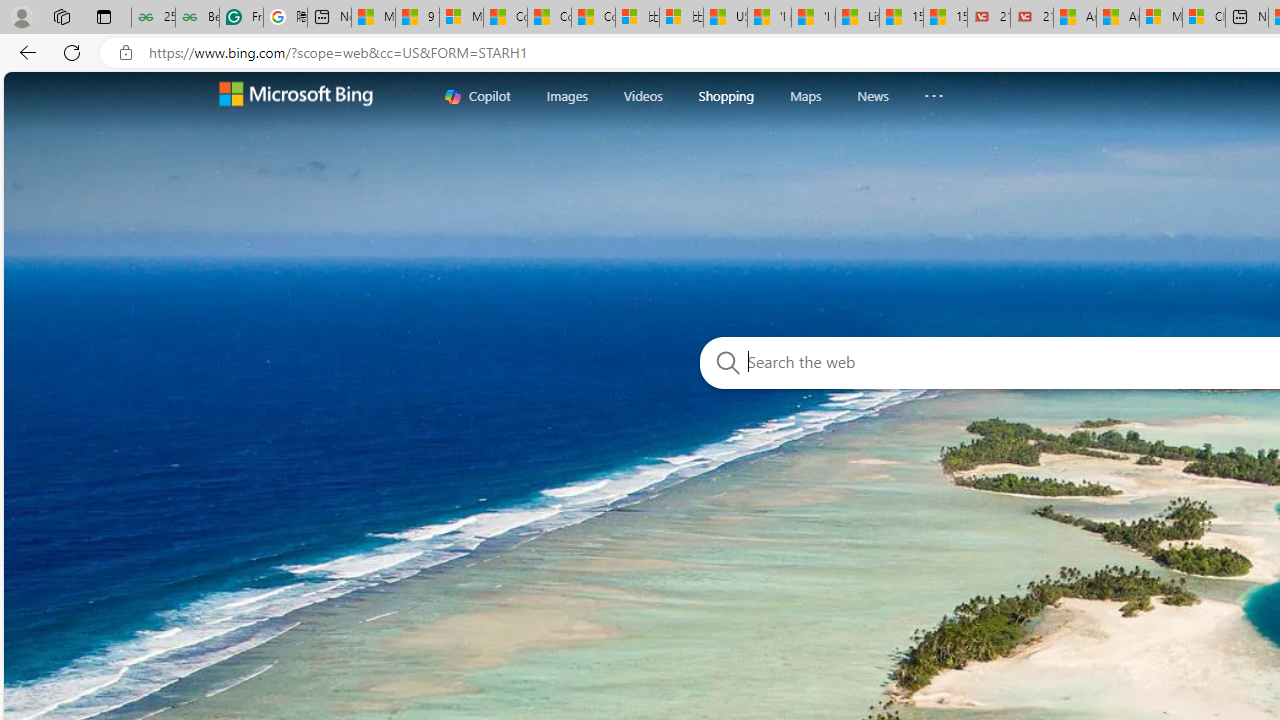 Image resolution: width=1280 pixels, height=720 pixels. Describe the element at coordinates (477, 95) in the screenshot. I see `'Copilot'` at that location.